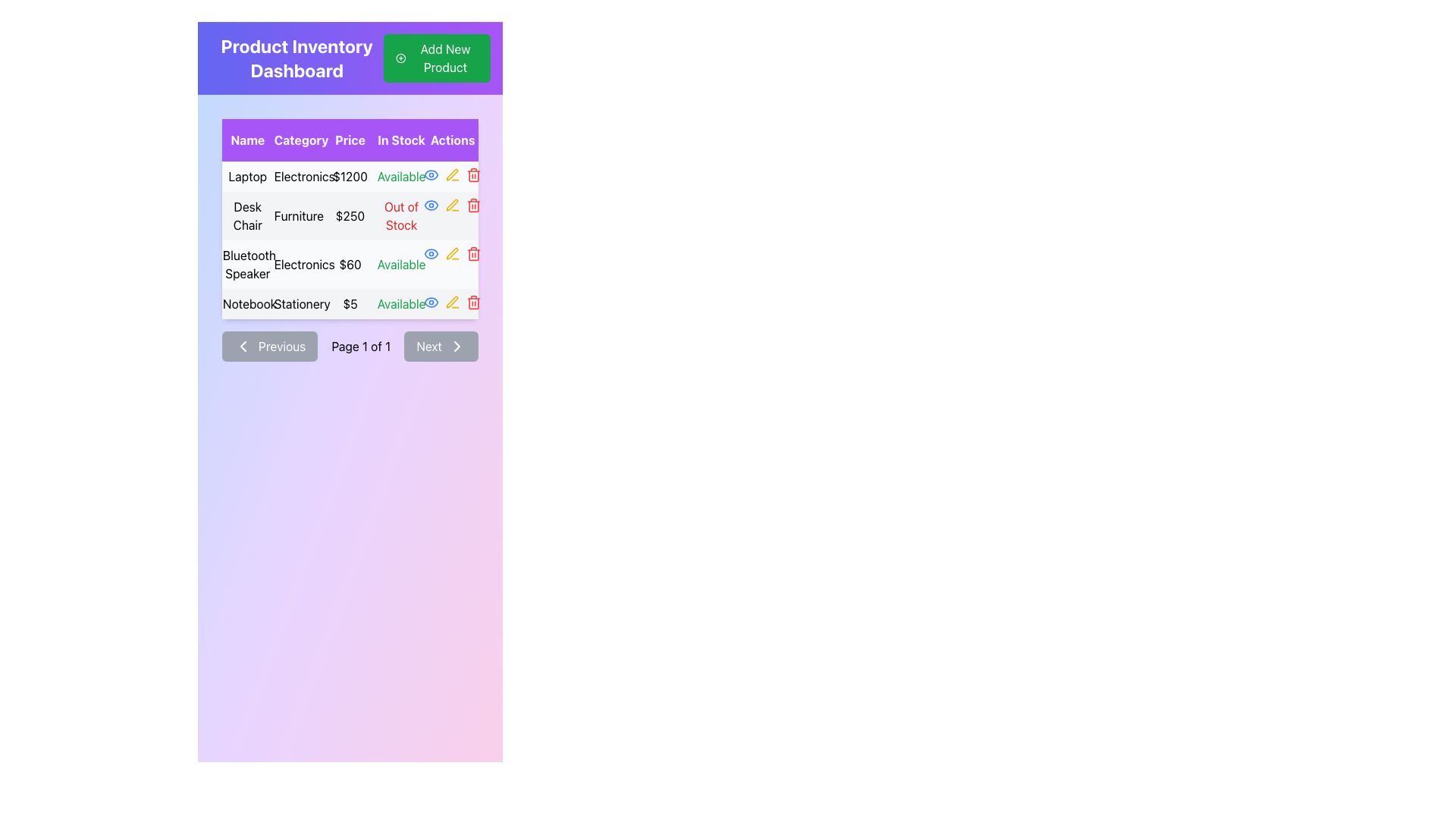 The image size is (1456, 819). I want to click on the eye icon in the actions column of the Desk Chair product entry, so click(431, 174).